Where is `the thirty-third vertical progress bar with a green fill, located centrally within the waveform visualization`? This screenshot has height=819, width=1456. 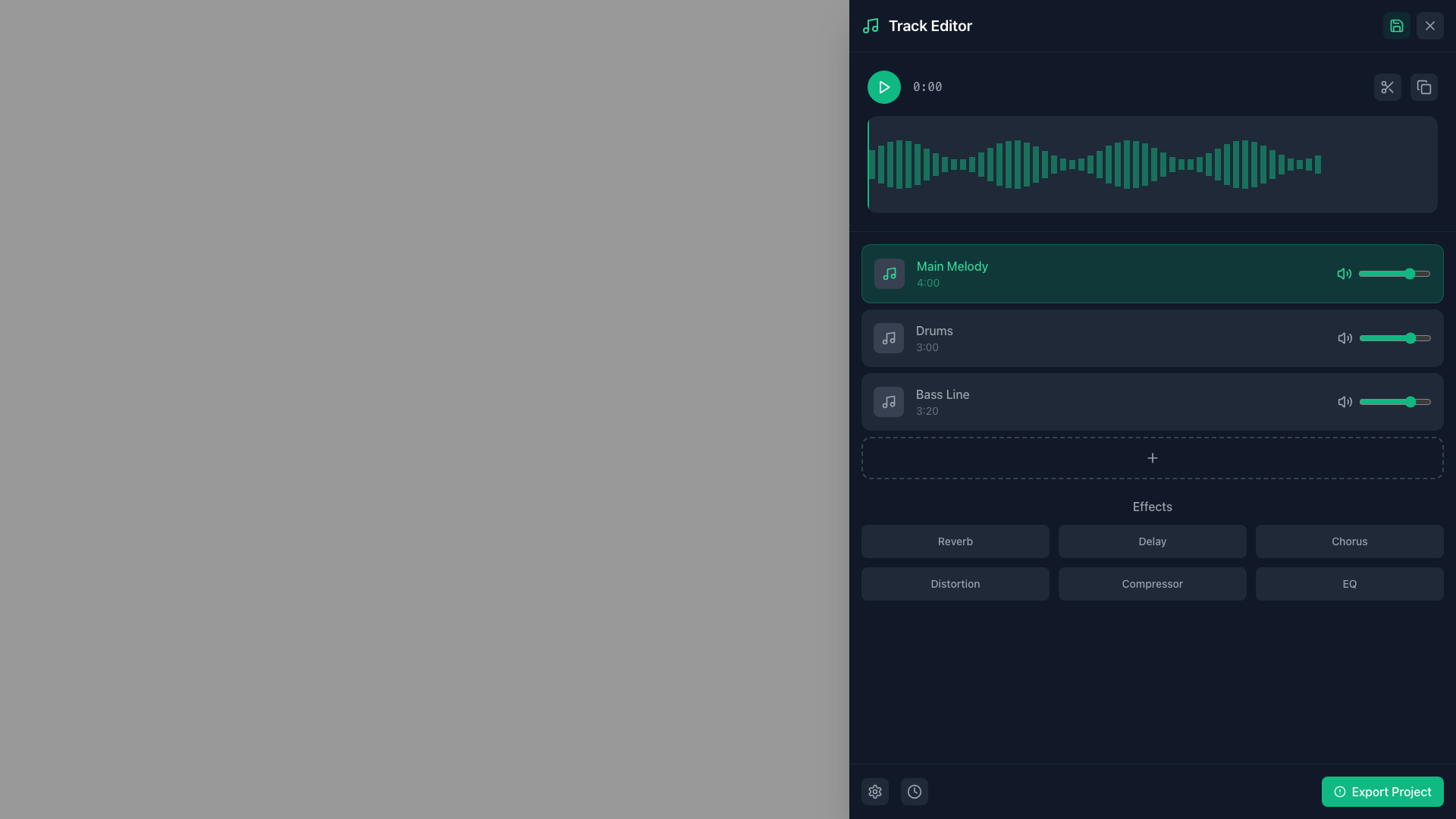 the thirty-third vertical progress bar with a green fill, located centrally within the waveform visualization is located at coordinates (1181, 164).